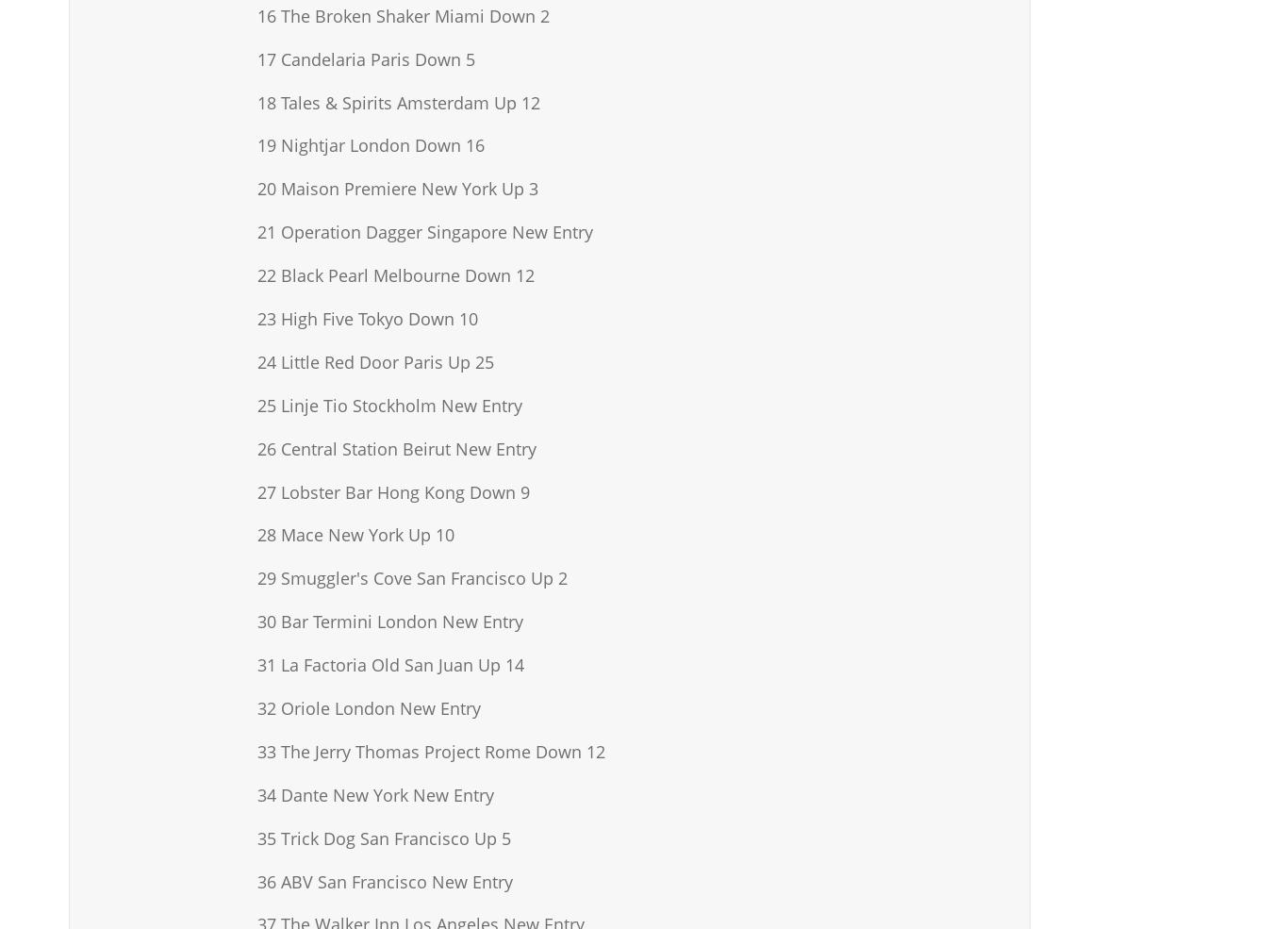  What do you see at coordinates (374, 360) in the screenshot?
I see `'24	Little Red Door	Paris	Up 25'` at bounding box center [374, 360].